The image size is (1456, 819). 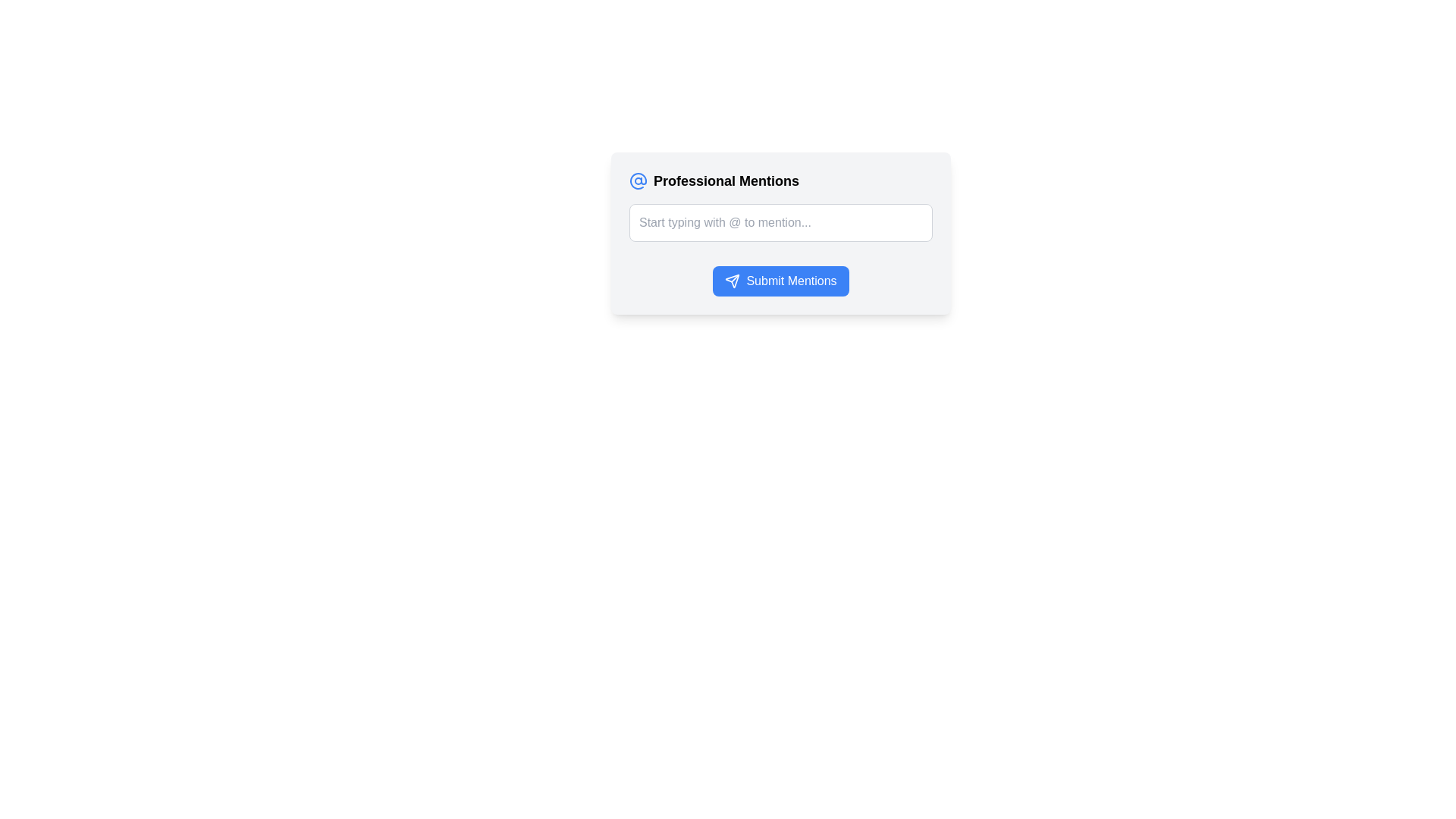 I want to click on the text input that allows users to mention others by typing '@', located beneath 'Professional Mentions' and above the 'Submit Mentions' button, so click(x=781, y=222).